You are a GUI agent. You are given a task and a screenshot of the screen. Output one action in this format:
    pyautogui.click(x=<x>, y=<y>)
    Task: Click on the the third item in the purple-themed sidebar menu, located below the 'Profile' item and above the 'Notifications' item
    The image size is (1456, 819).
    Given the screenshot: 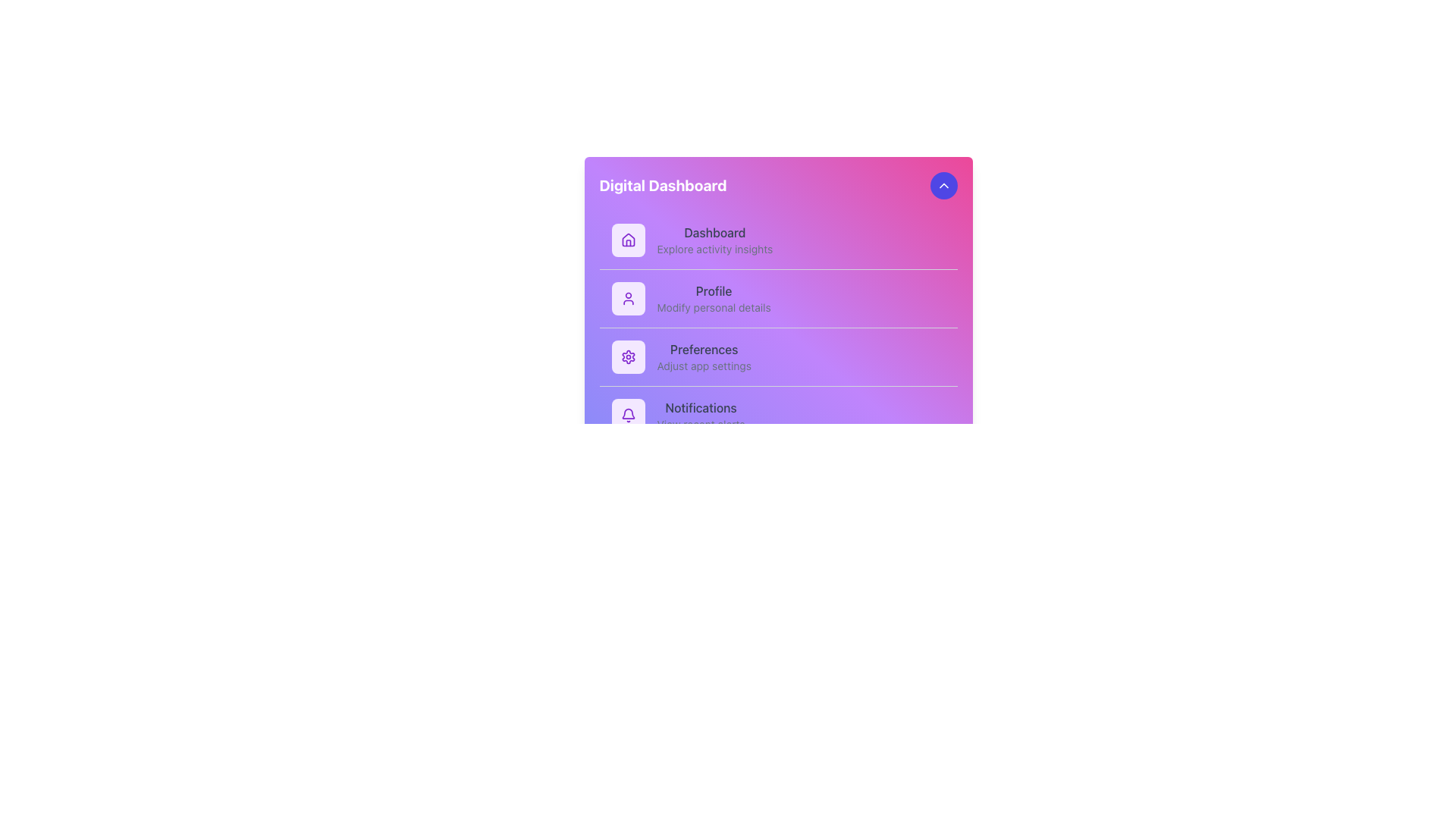 What is the action you would take?
    pyautogui.click(x=778, y=356)
    